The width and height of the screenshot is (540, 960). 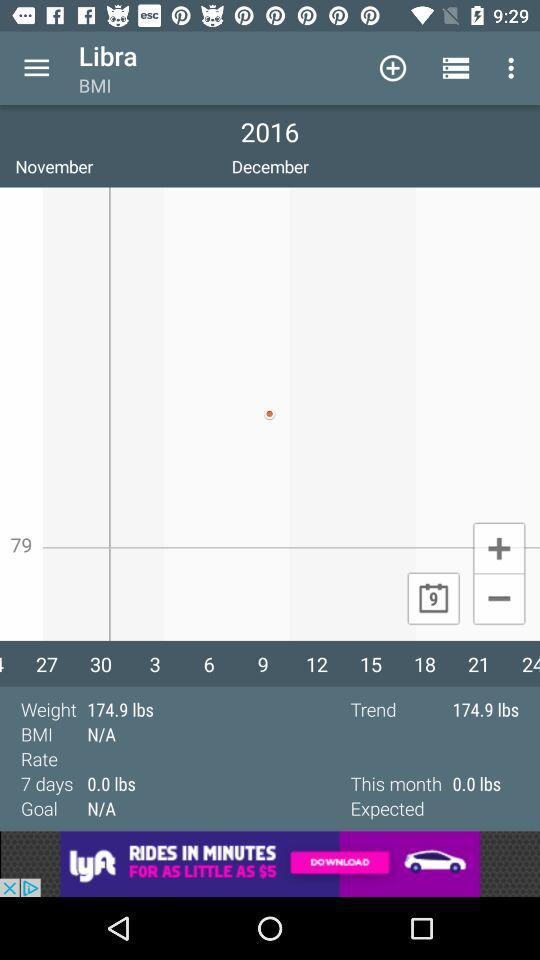 I want to click on open menu, so click(x=36, y=68).